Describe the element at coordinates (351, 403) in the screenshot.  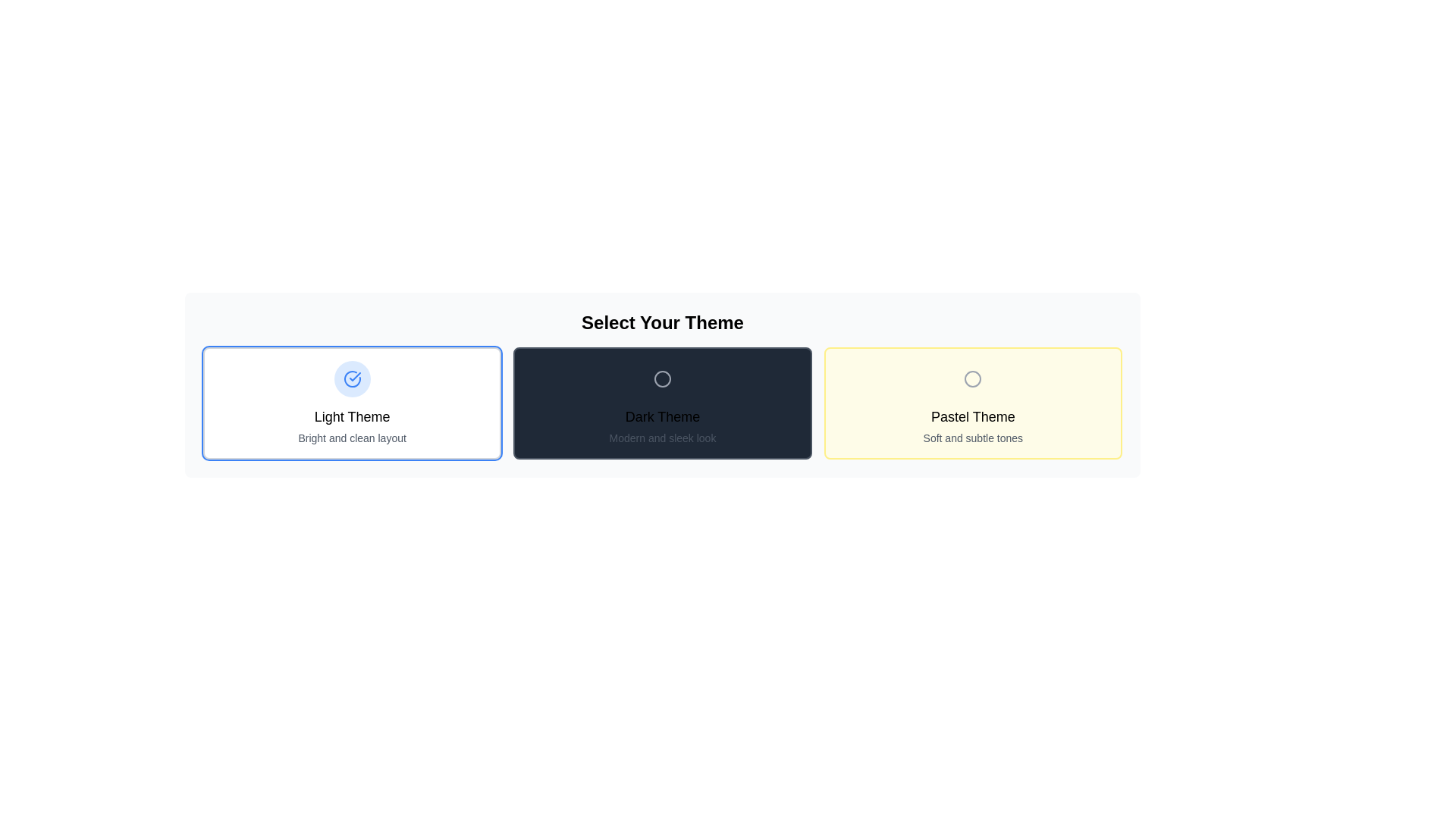
I see `the 'Light Theme' selectable card, which has a blue circle icon with a checkmark and is positioned as the first card in a horizontal layout` at that location.